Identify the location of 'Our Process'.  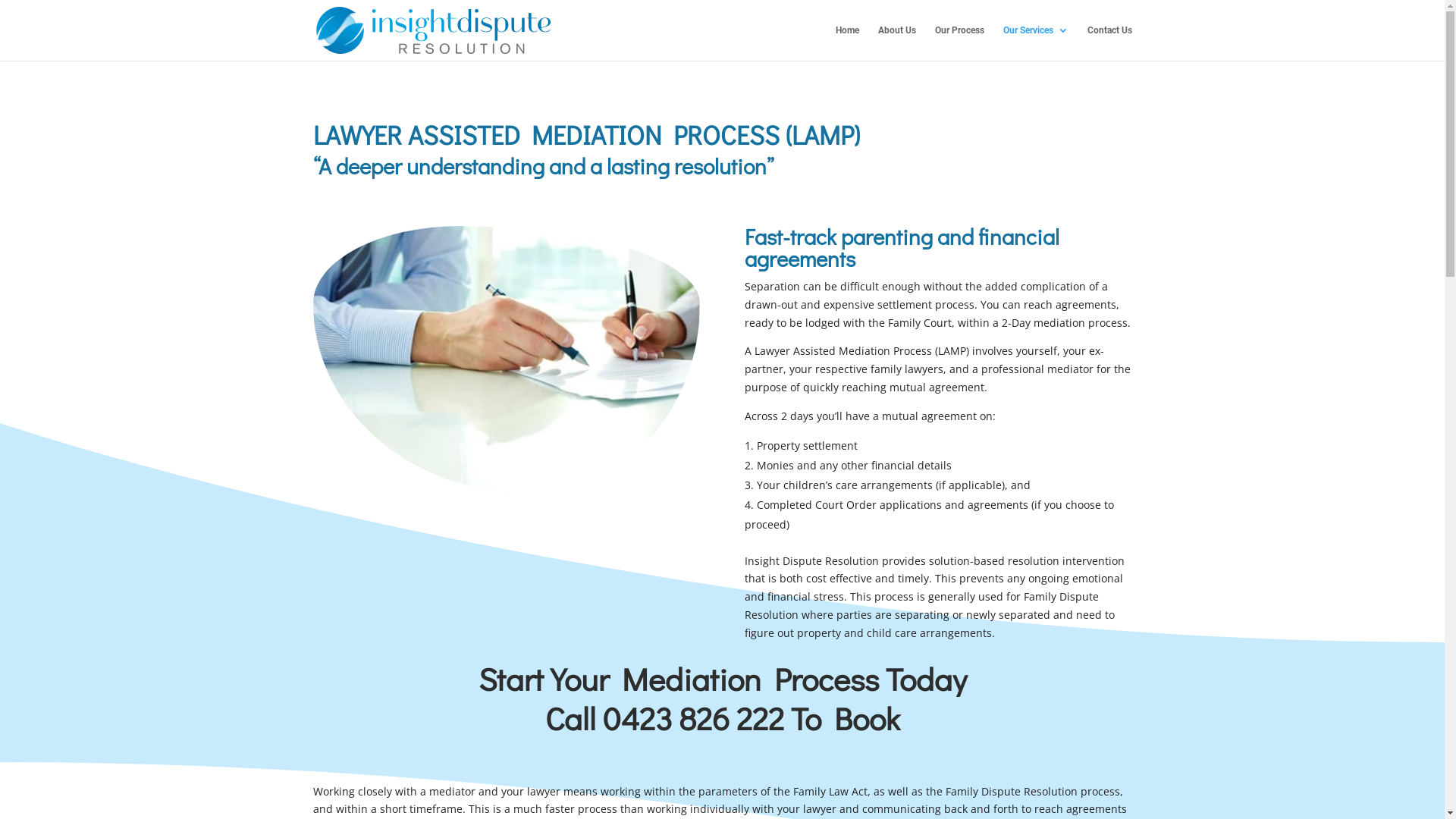
(934, 42).